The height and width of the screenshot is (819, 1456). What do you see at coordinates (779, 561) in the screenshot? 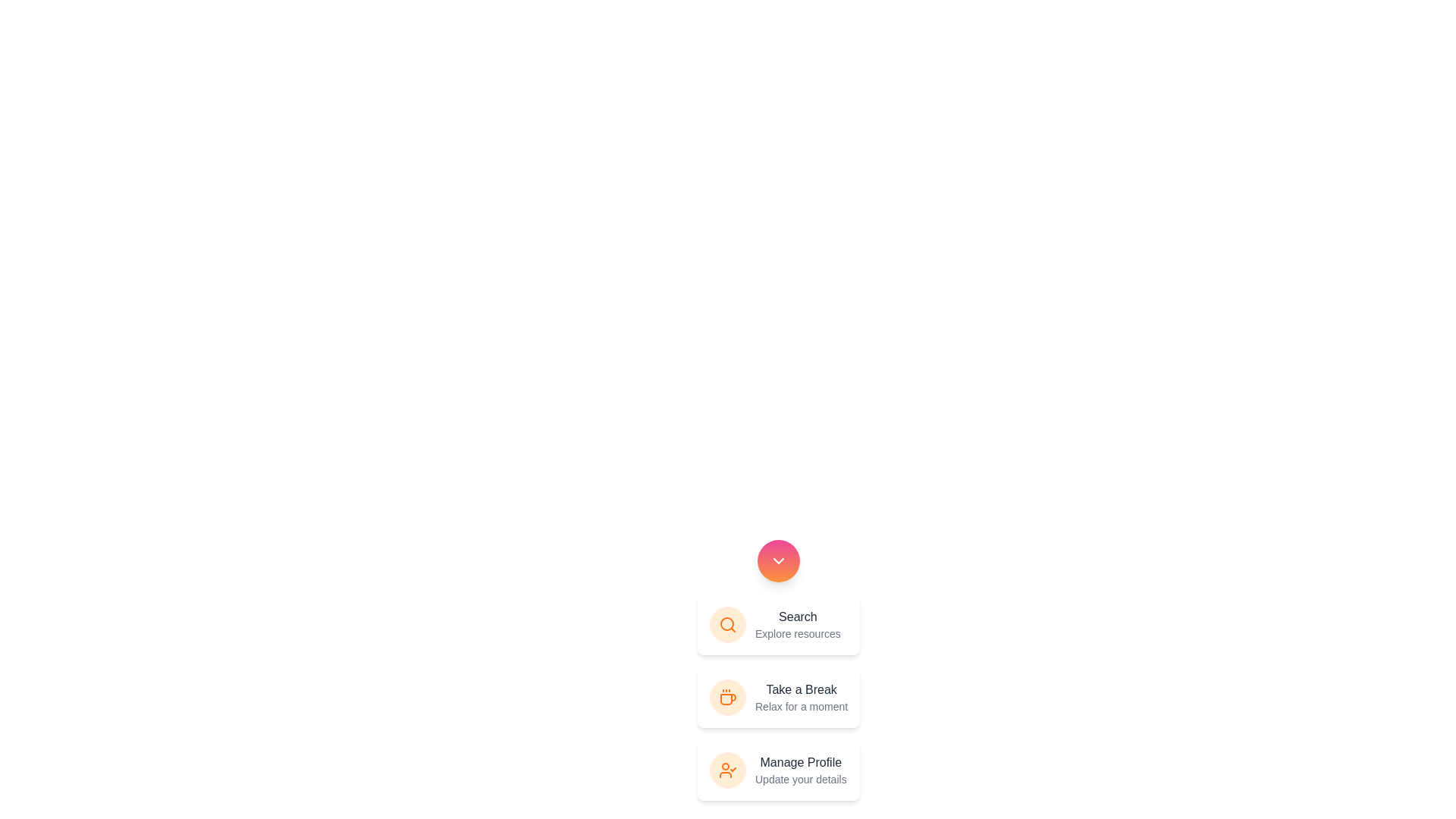
I see `the circular button to toggle the visibility of the menu` at bounding box center [779, 561].